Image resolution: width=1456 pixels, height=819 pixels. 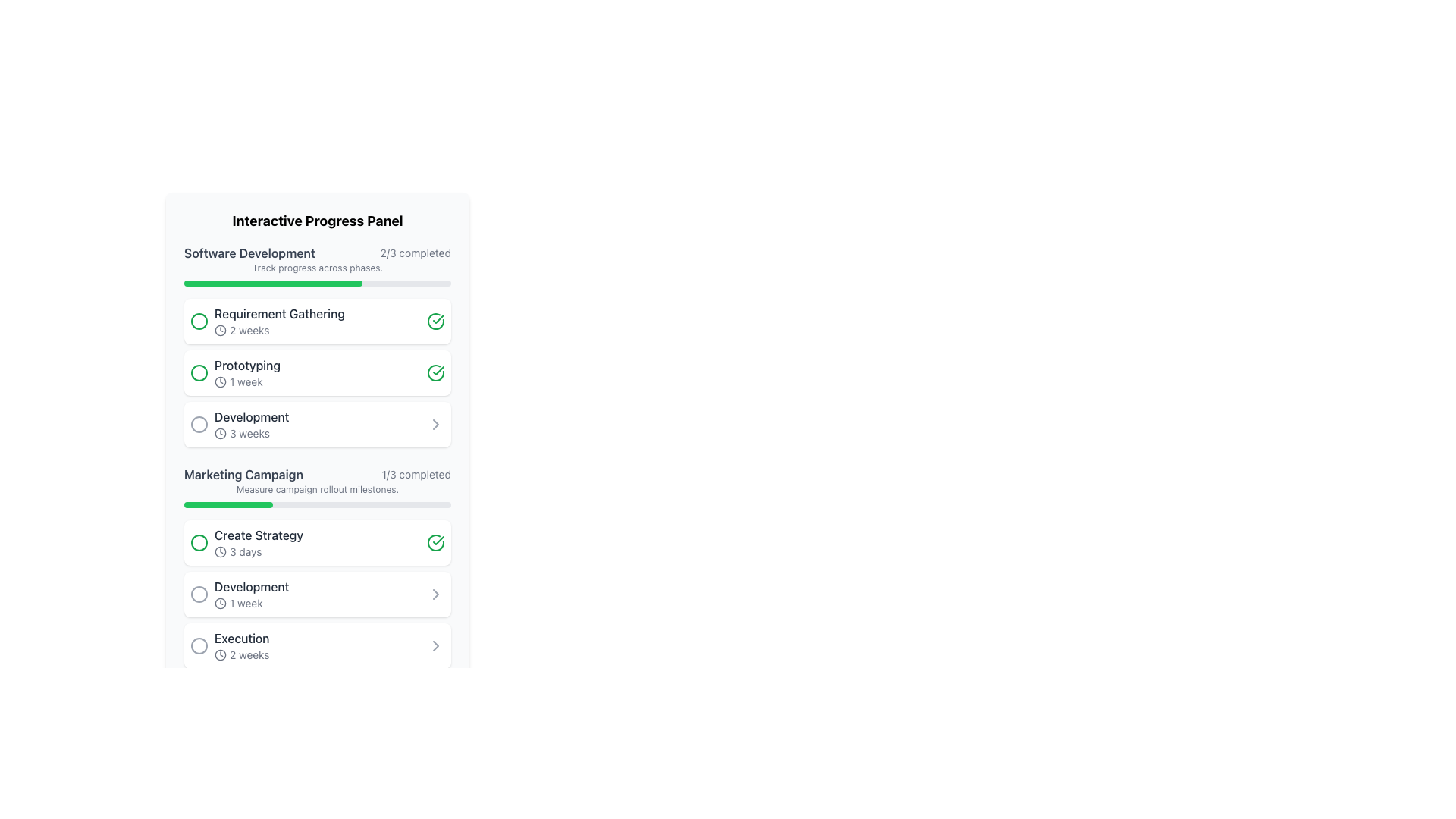 What do you see at coordinates (252, 586) in the screenshot?
I see `the text label that describes the task or milestone labeled 'Development' in the 'Marketing Campaign' section, specifically located between 'Create Strategy' and 'Execution'` at bounding box center [252, 586].